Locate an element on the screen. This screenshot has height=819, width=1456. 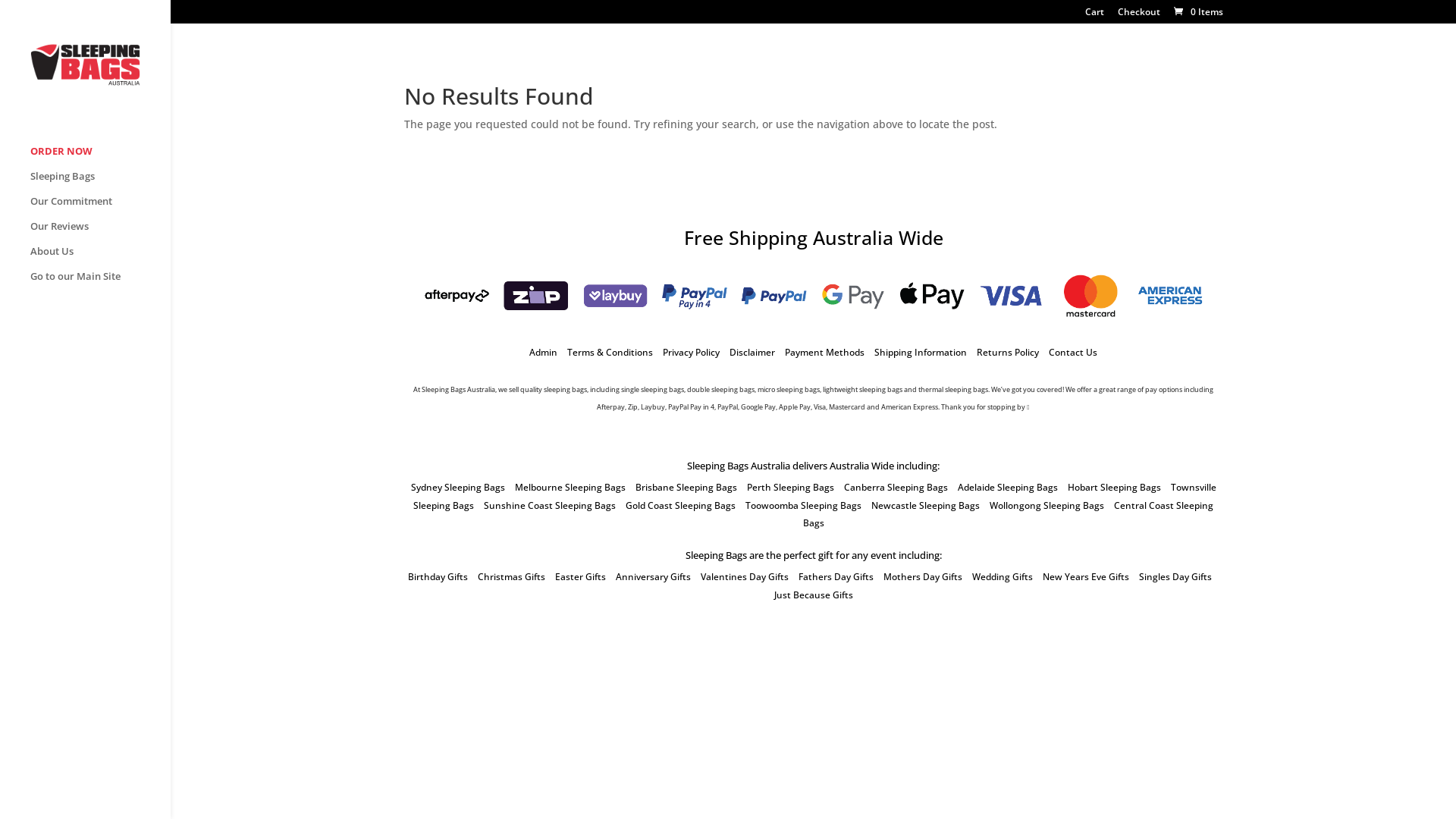
'Singles Day Gifts' is located at coordinates (1175, 576).